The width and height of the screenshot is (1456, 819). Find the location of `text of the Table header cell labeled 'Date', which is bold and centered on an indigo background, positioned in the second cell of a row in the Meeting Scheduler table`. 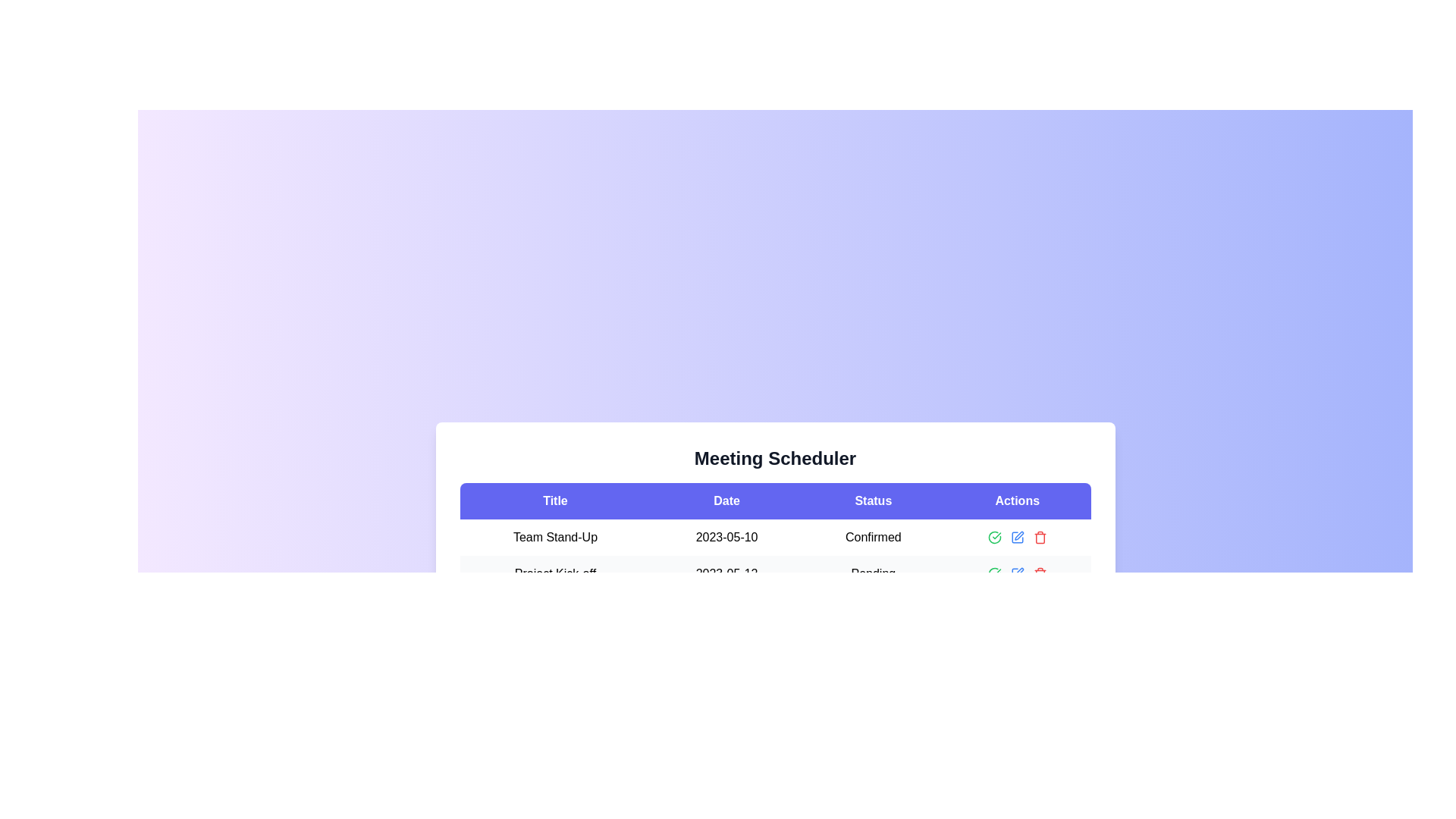

text of the Table header cell labeled 'Date', which is bold and centered on an indigo background, positioned in the second cell of a row in the Meeting Scheduler table is located at coordinates (726, 500).